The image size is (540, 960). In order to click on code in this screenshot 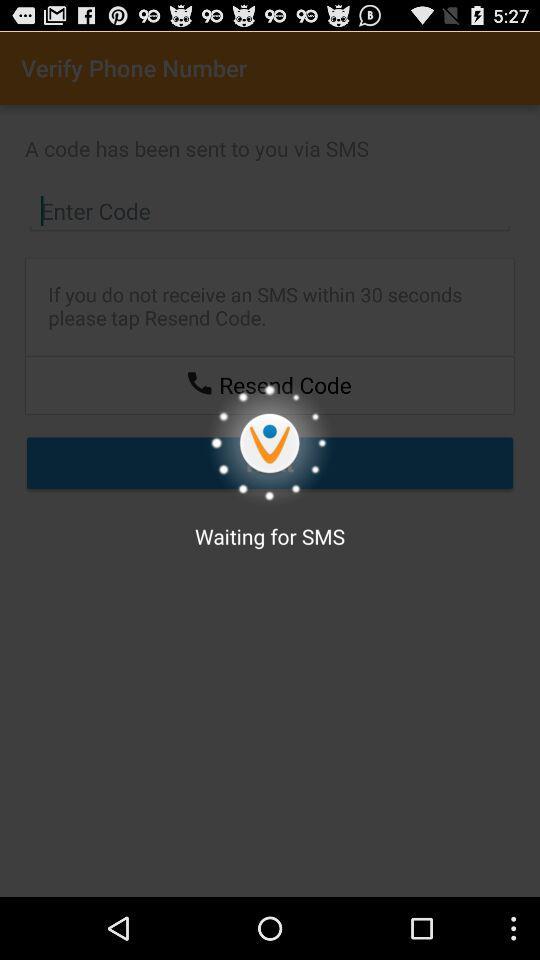, I will do `click(270, 211)`.